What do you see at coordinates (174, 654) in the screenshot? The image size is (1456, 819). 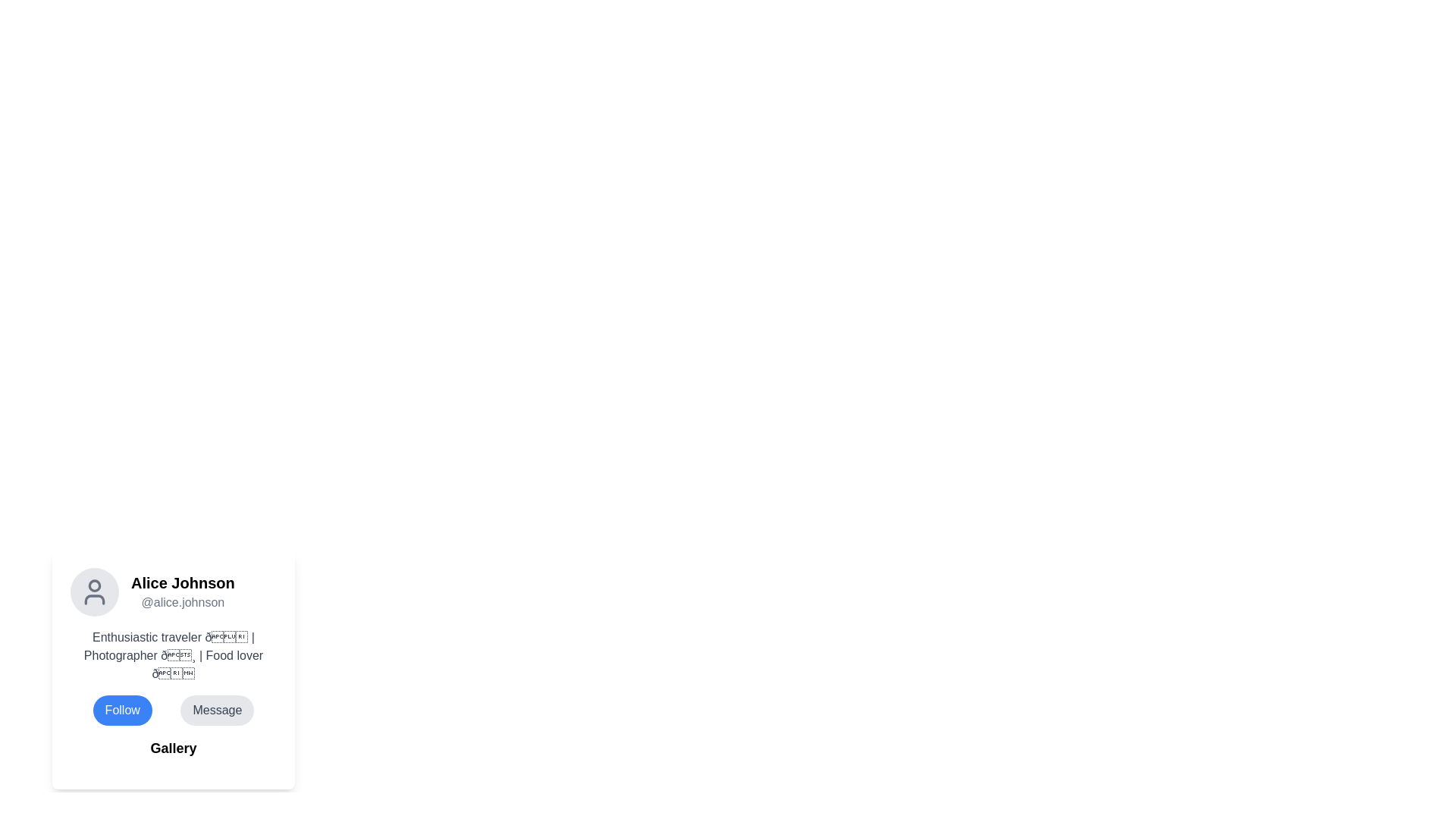 I see `descriptive text block that displays user information, positioned below the username and above the 'Follow' and 'Message' buttons` at bounding box center [174, 654].